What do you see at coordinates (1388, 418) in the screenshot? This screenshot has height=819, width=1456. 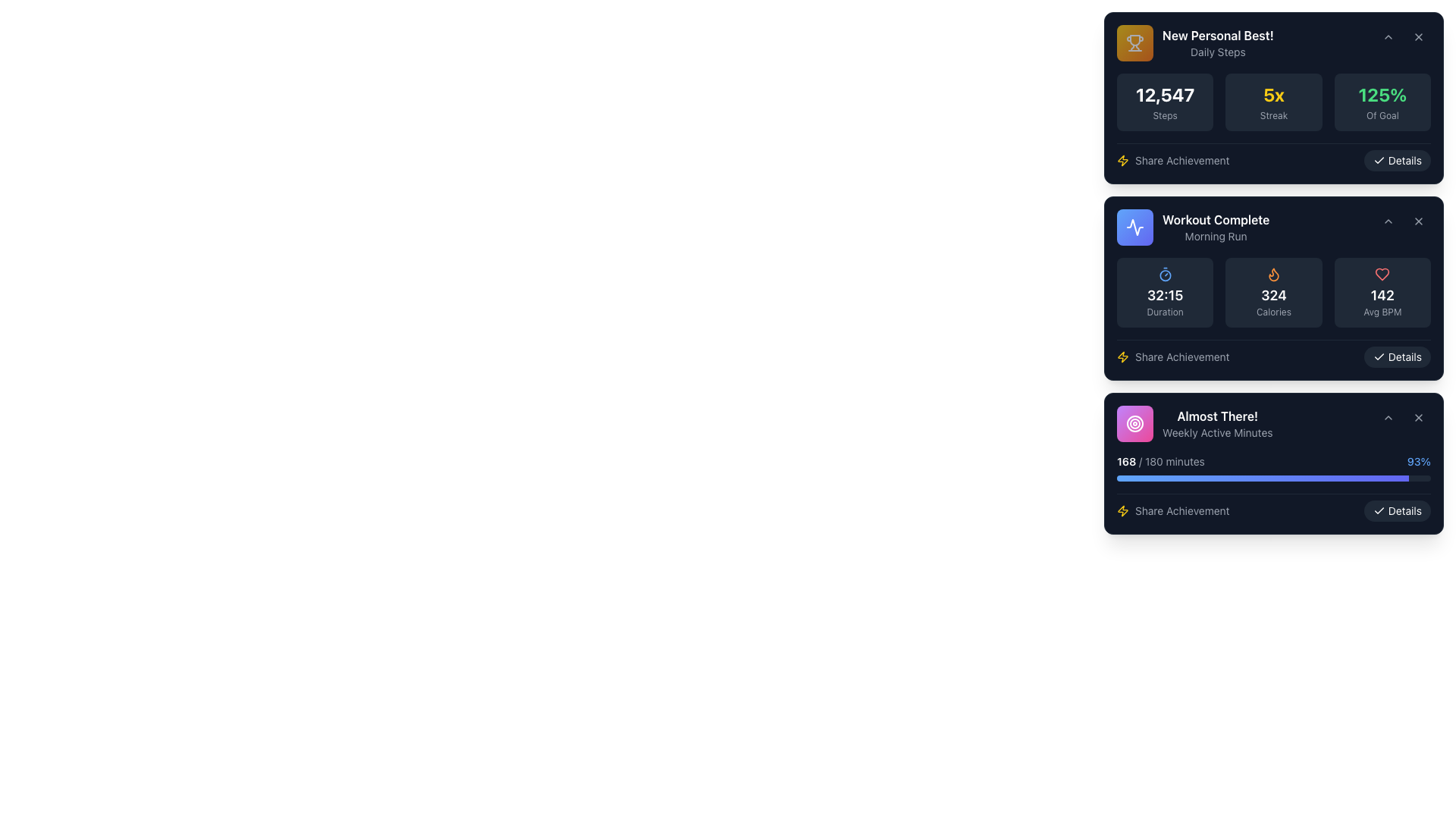 I see `the toggle button with an upward chevron icon located in the top-right corner of the 'Almost There! Weekly Active Minutes' card` at bounding box center [1388, 418].